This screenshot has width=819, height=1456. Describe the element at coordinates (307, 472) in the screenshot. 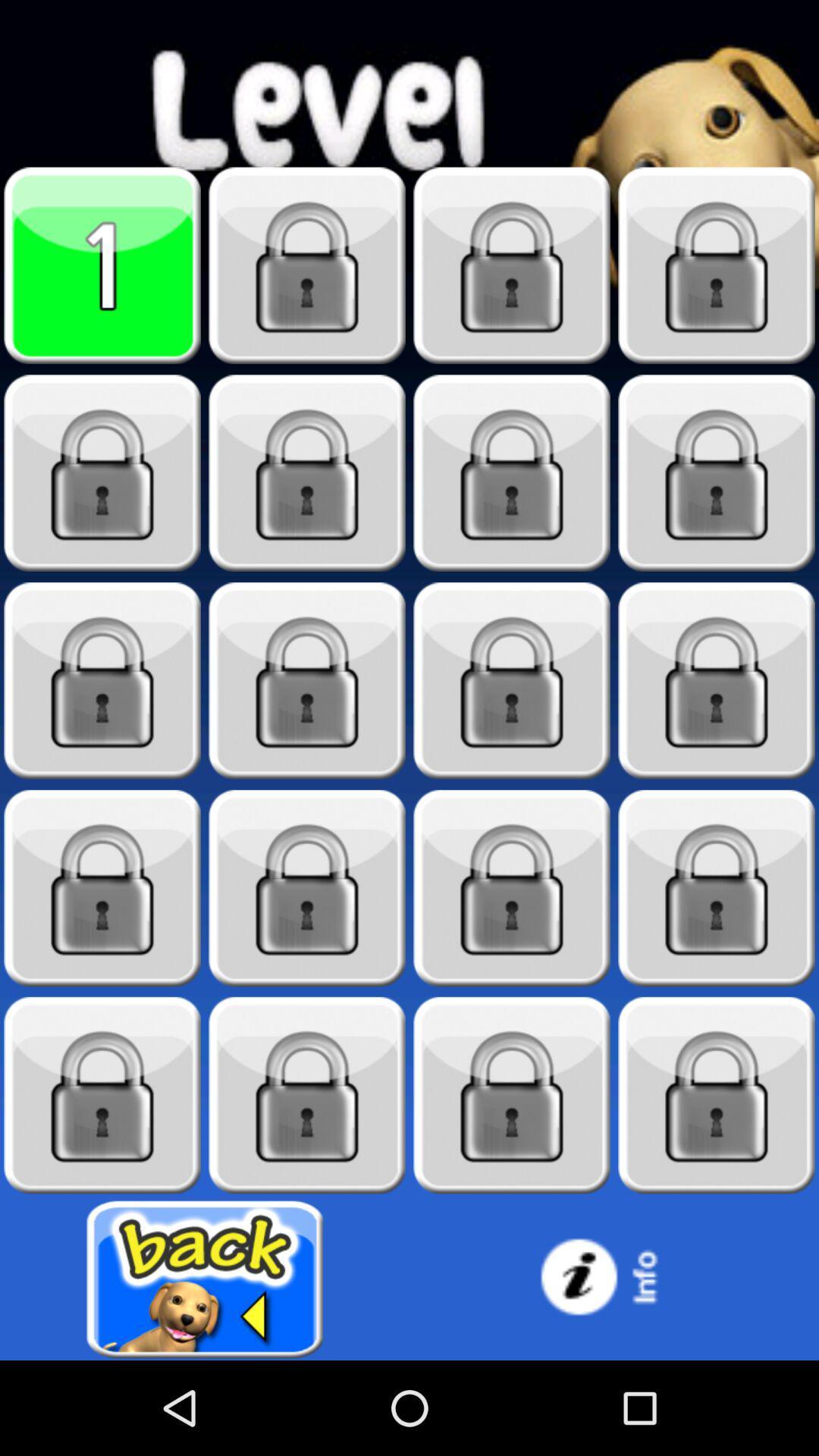

I see `locked level` at that location.